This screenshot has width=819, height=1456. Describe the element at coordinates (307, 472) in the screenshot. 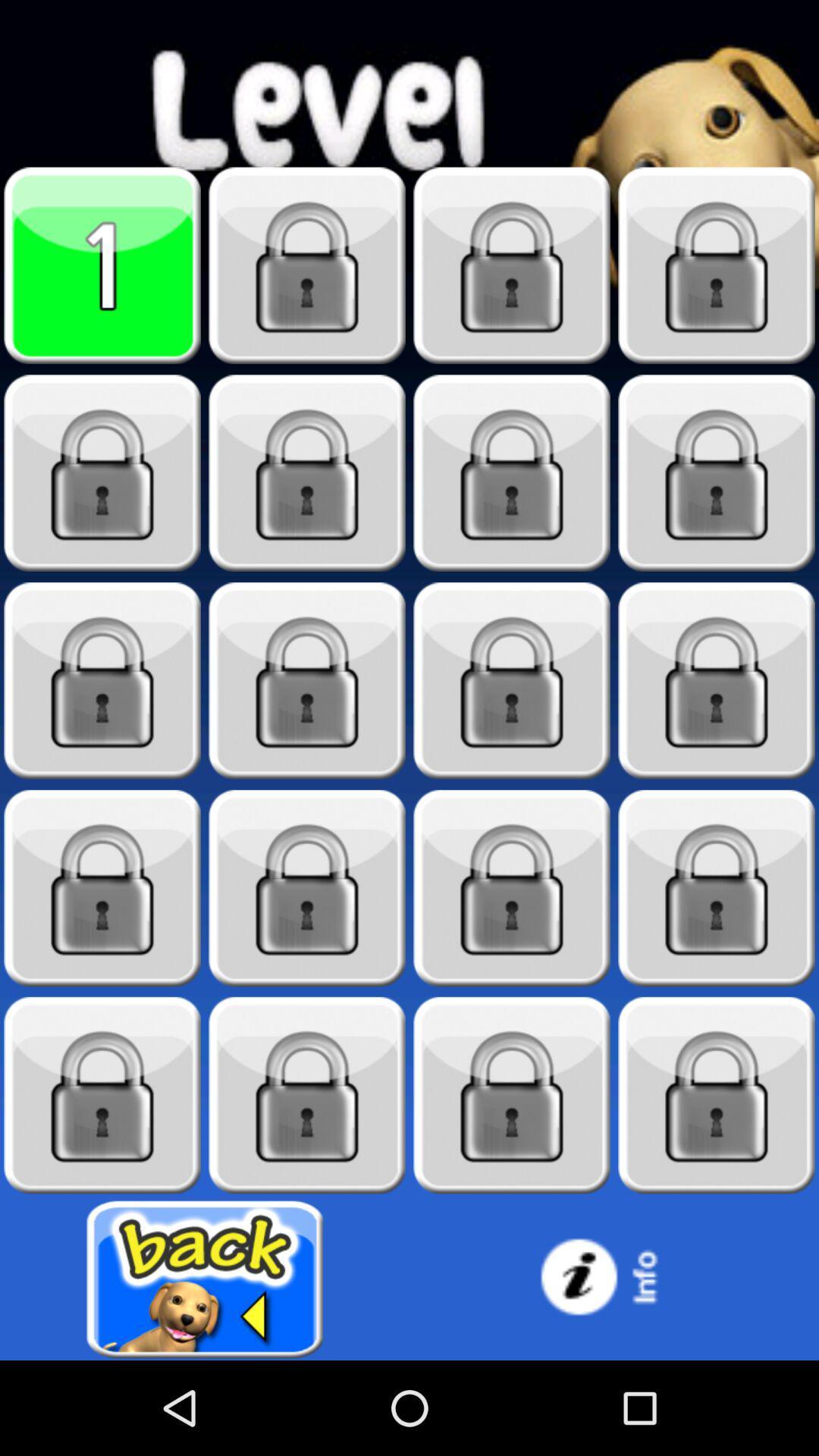

I see `locked level` at that location.